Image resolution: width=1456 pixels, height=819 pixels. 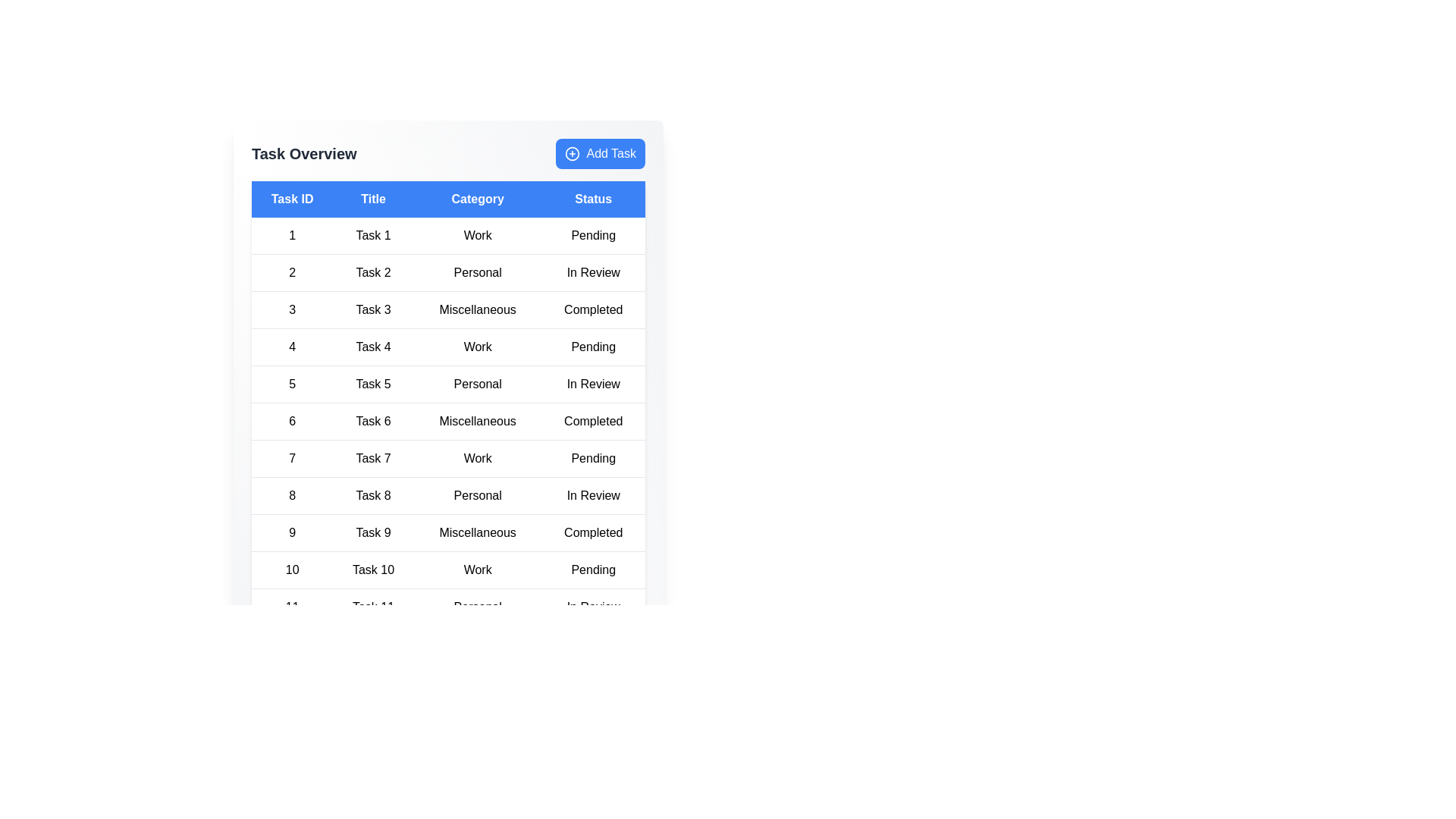 What do you see at coordinates (592, 198) in the screenshot?
I see `the header corresponding to Status to sort the table by that column` at bounding box center [592, 198].